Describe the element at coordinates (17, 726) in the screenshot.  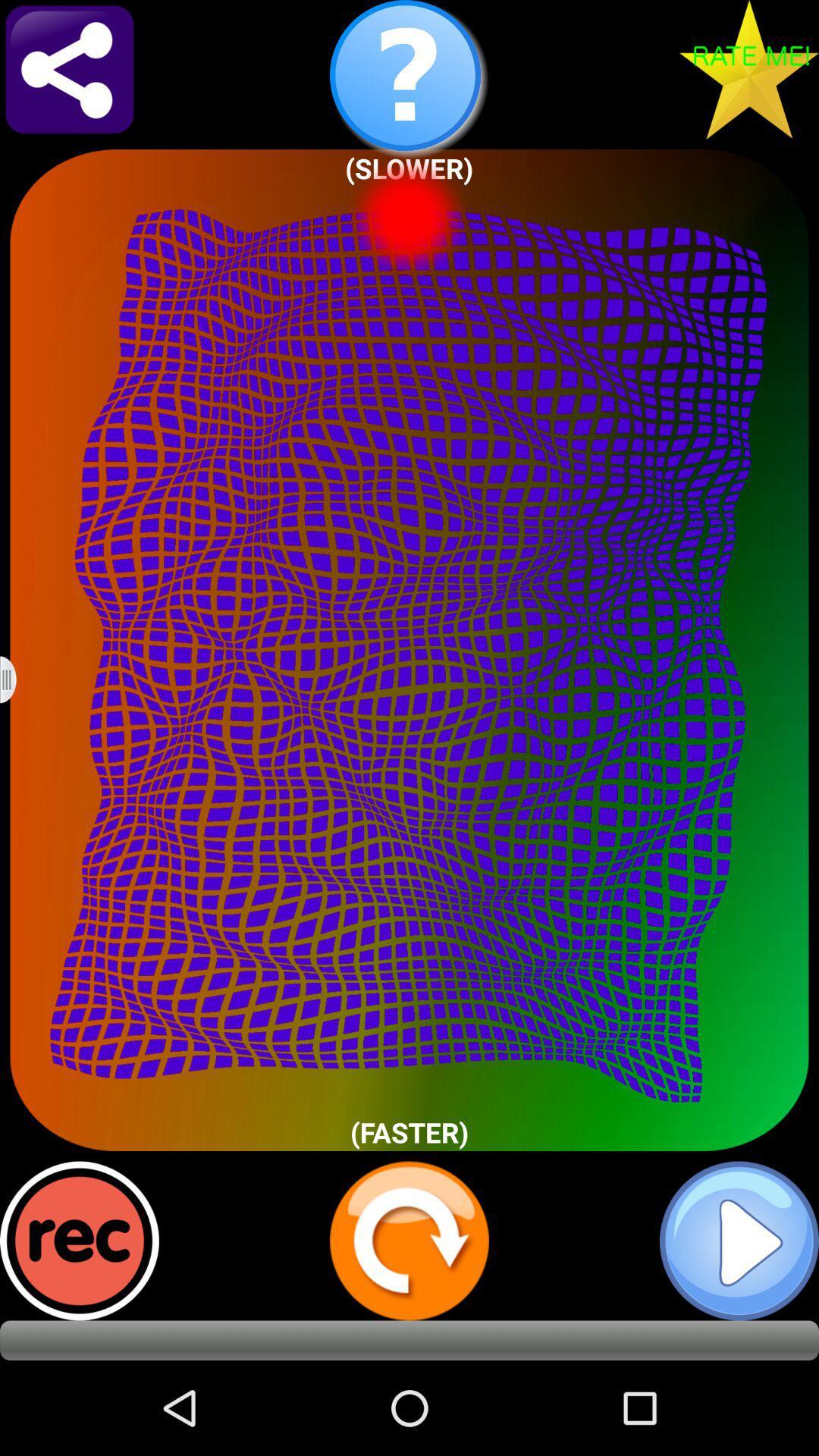
I see `the menu icon` at that location.